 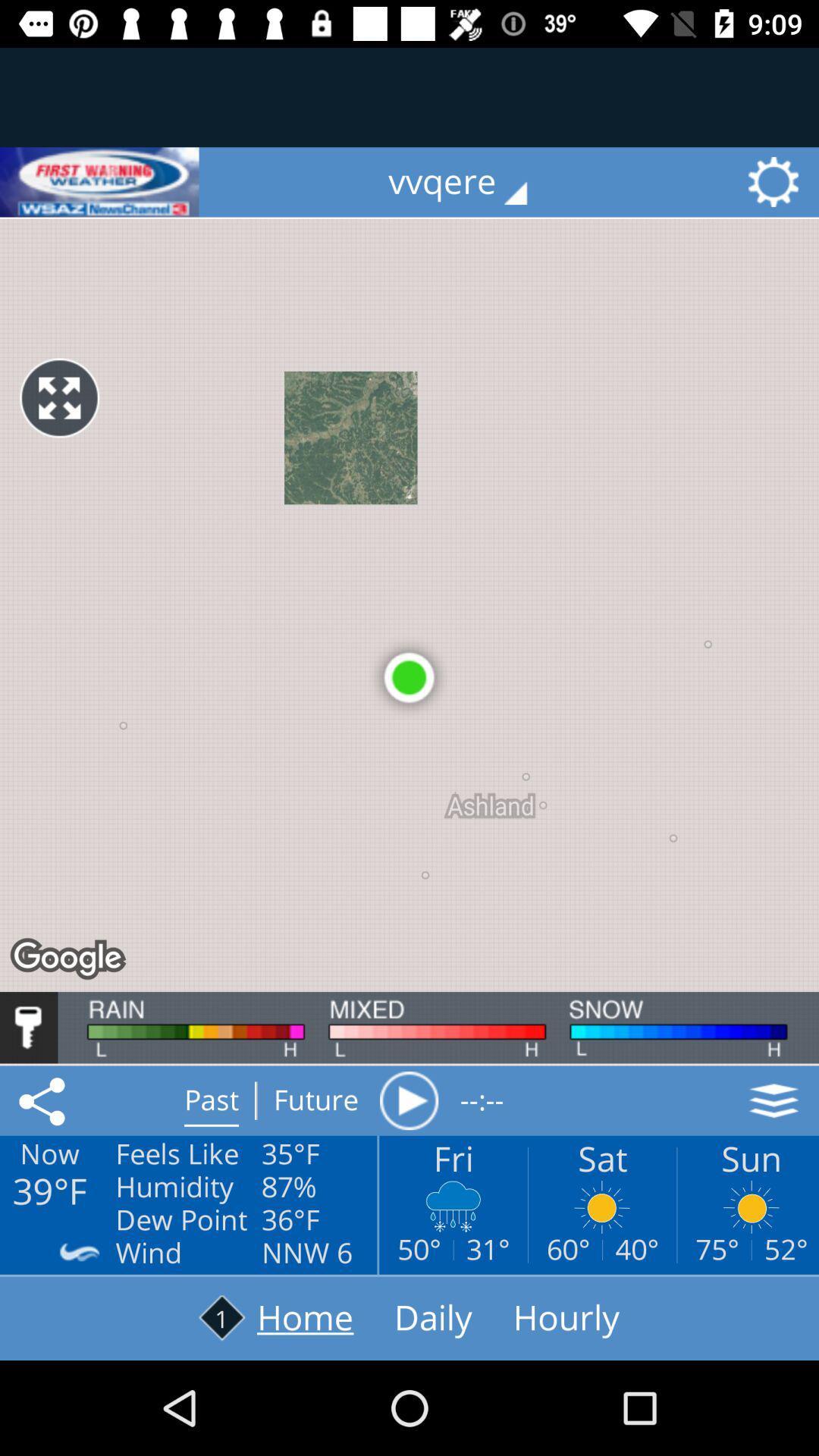 I want to click on the share icon, so click(x=44, y=1100).